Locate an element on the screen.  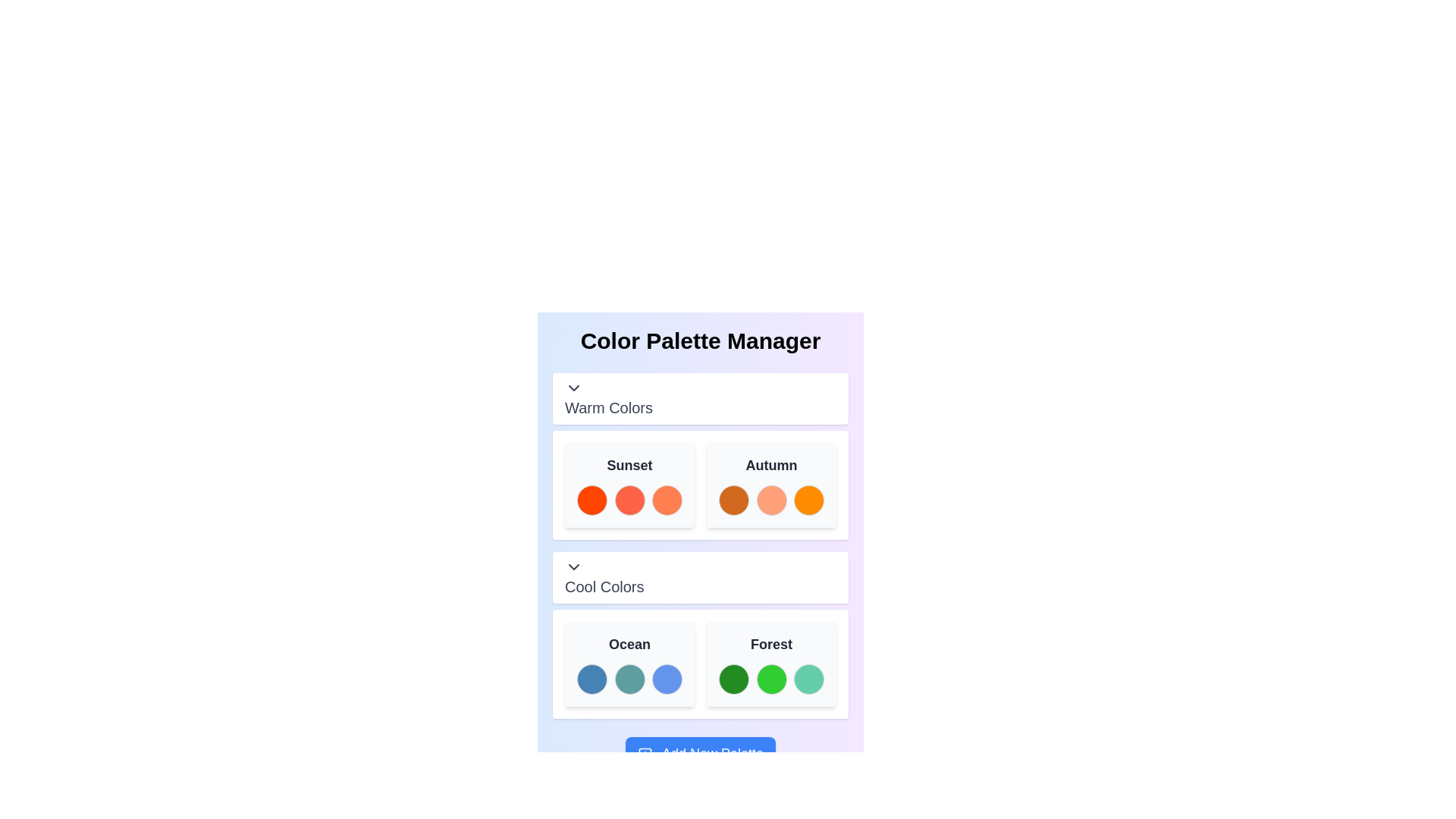
the second color swatch (tomato red) in the 'Sunset' color palette under the 'Warm Colors' section, which is a non-interactive visual representation is located at coordinates (629, 500).